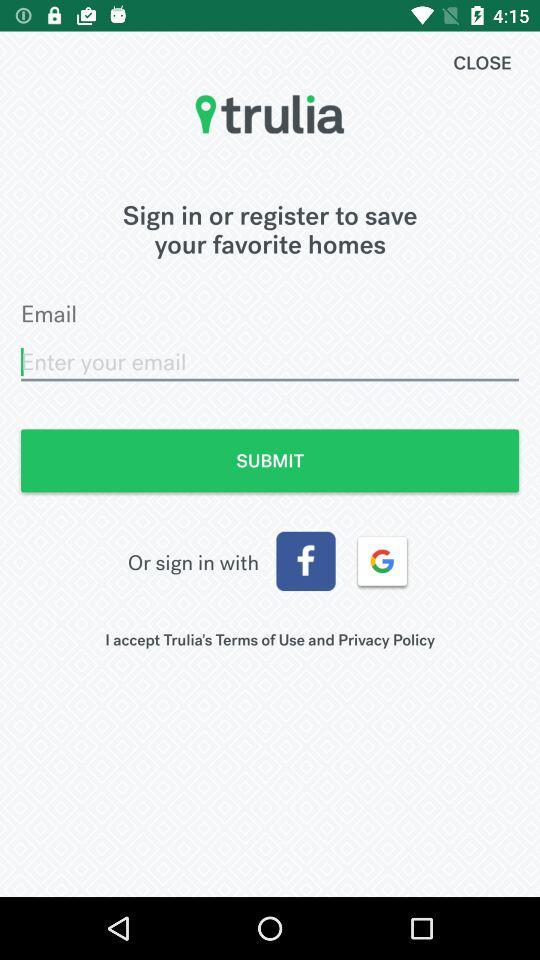 The width and height of the screenshot is (540, 960). I want to click on sign in with facebook, so click(306, 561).